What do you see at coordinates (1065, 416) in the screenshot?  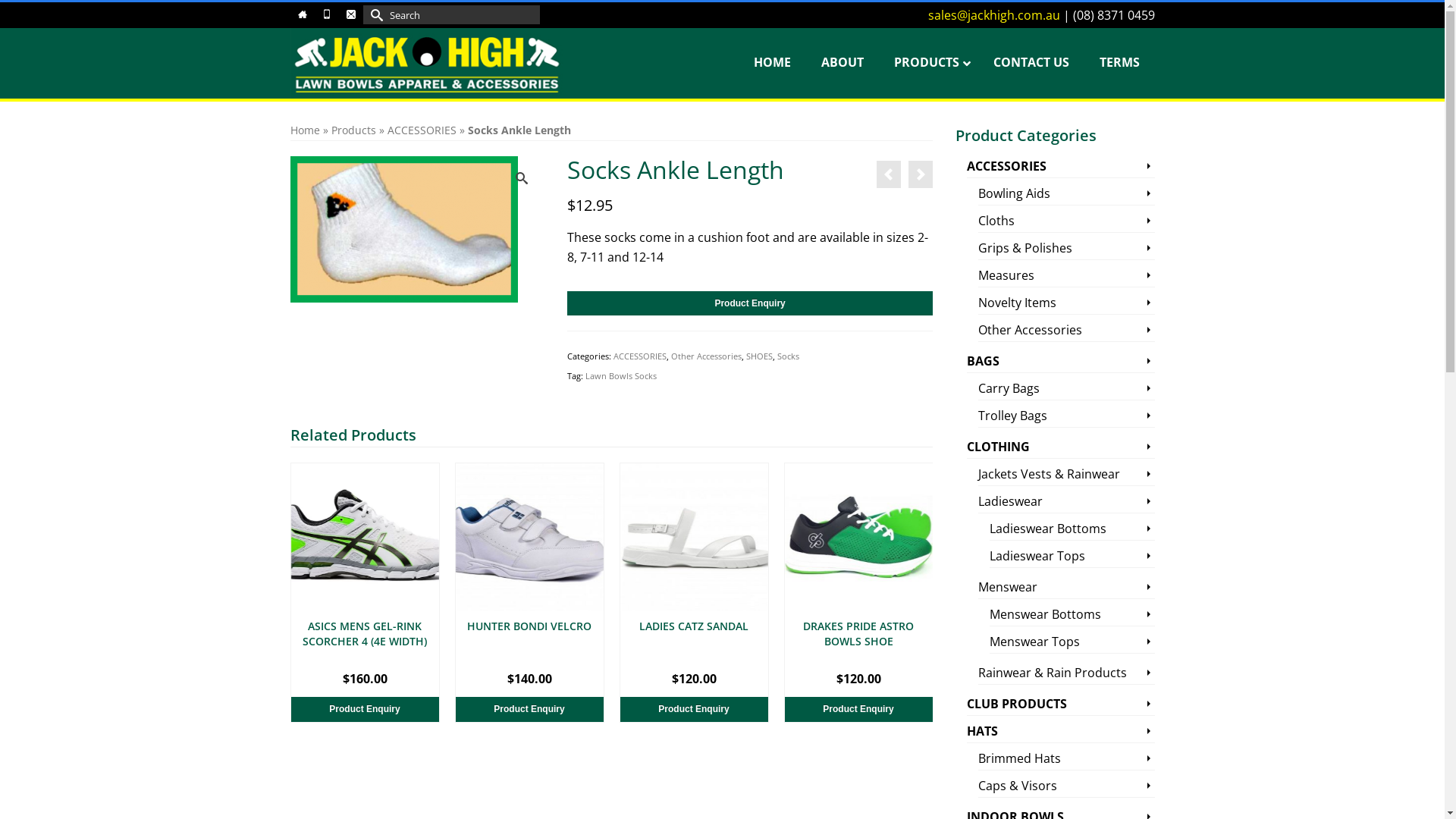 I see `'Trolley Bags'` at bounding box center [1065, 416].